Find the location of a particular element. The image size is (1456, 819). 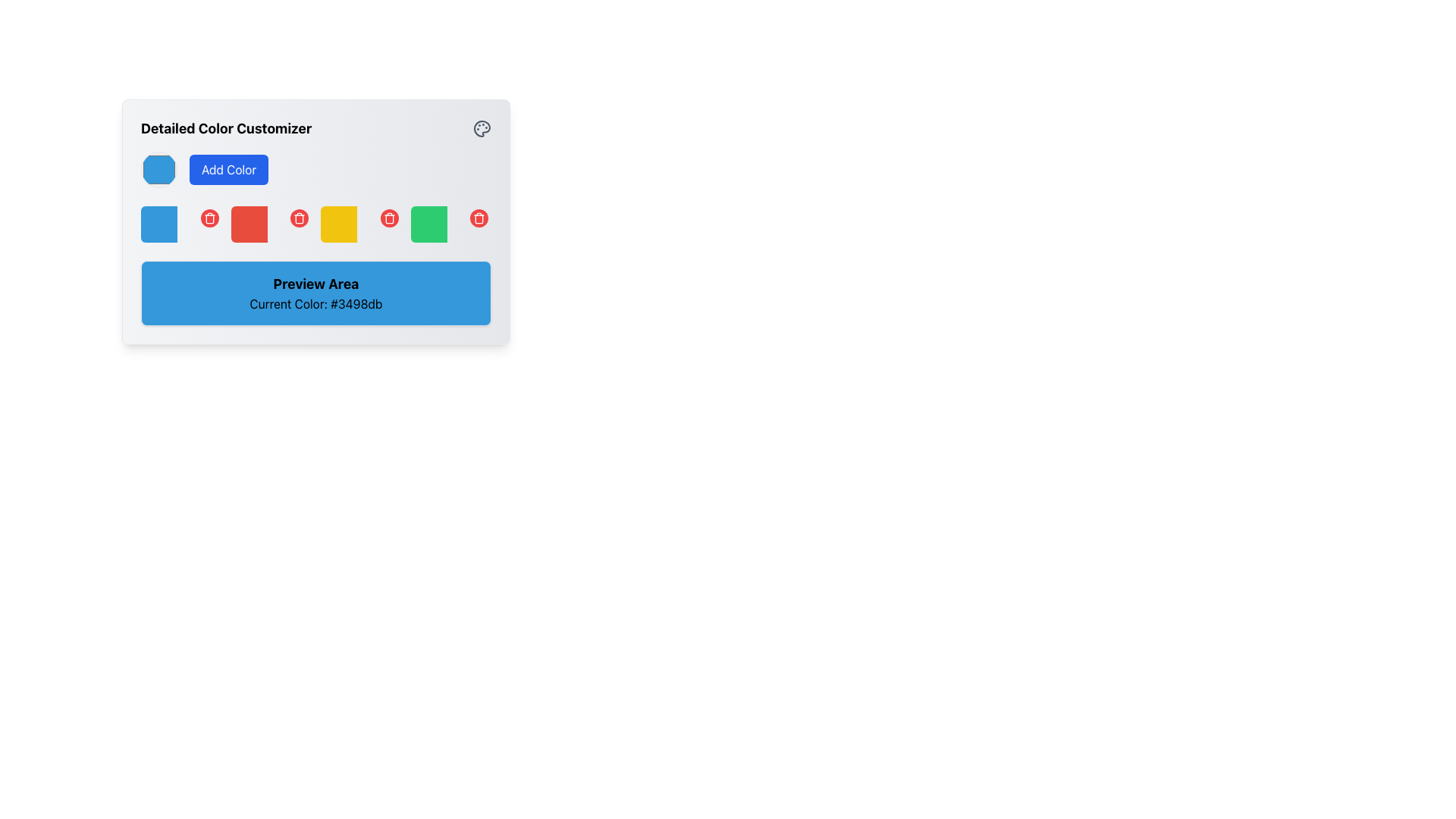

the text label displaying 'Current Color: #3498db', which is centrally aligned within a blue background, located below the 'Preview Area' text is located at coordinates (315, 304).